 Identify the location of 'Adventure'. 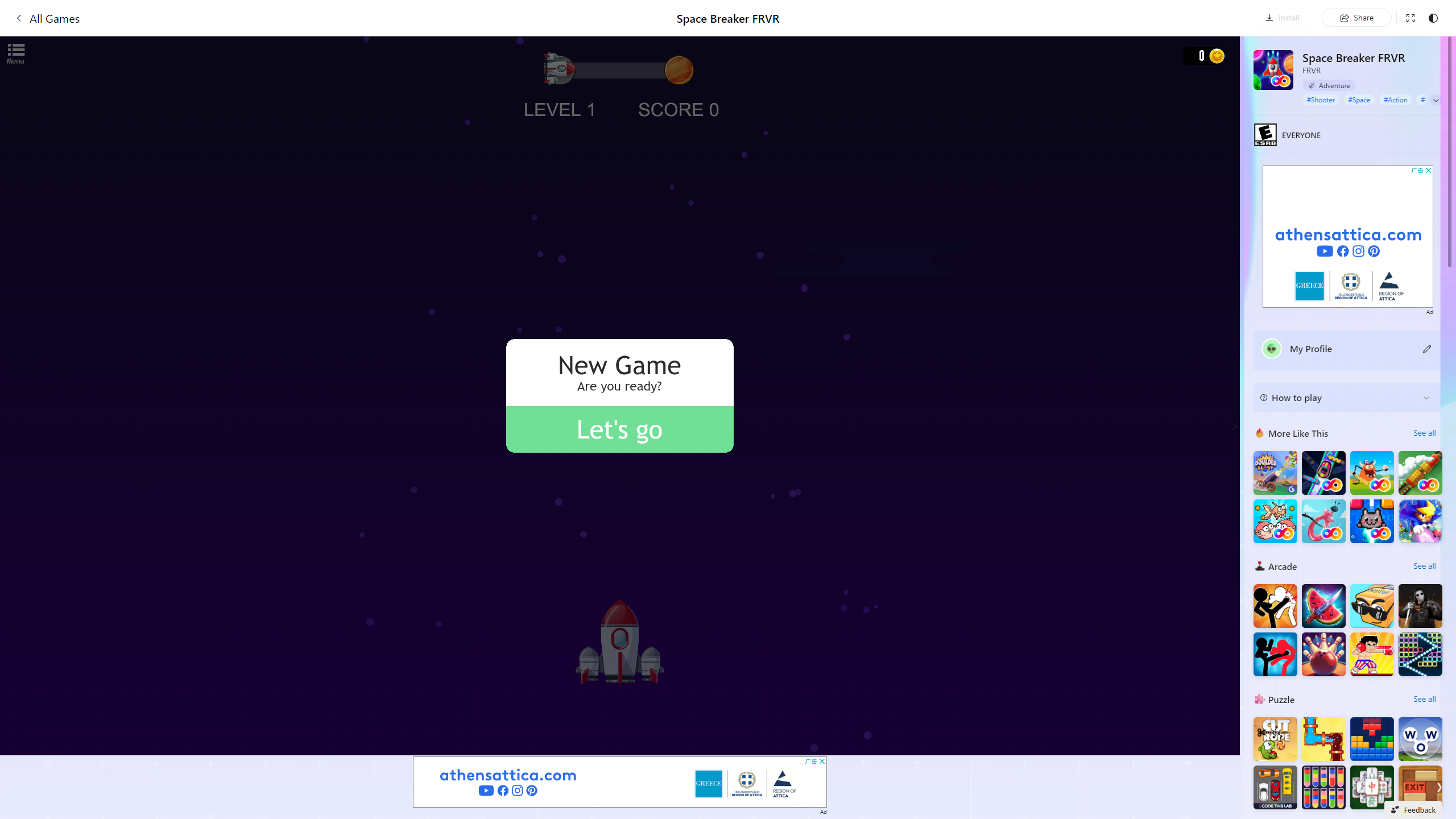
(1329, 85).